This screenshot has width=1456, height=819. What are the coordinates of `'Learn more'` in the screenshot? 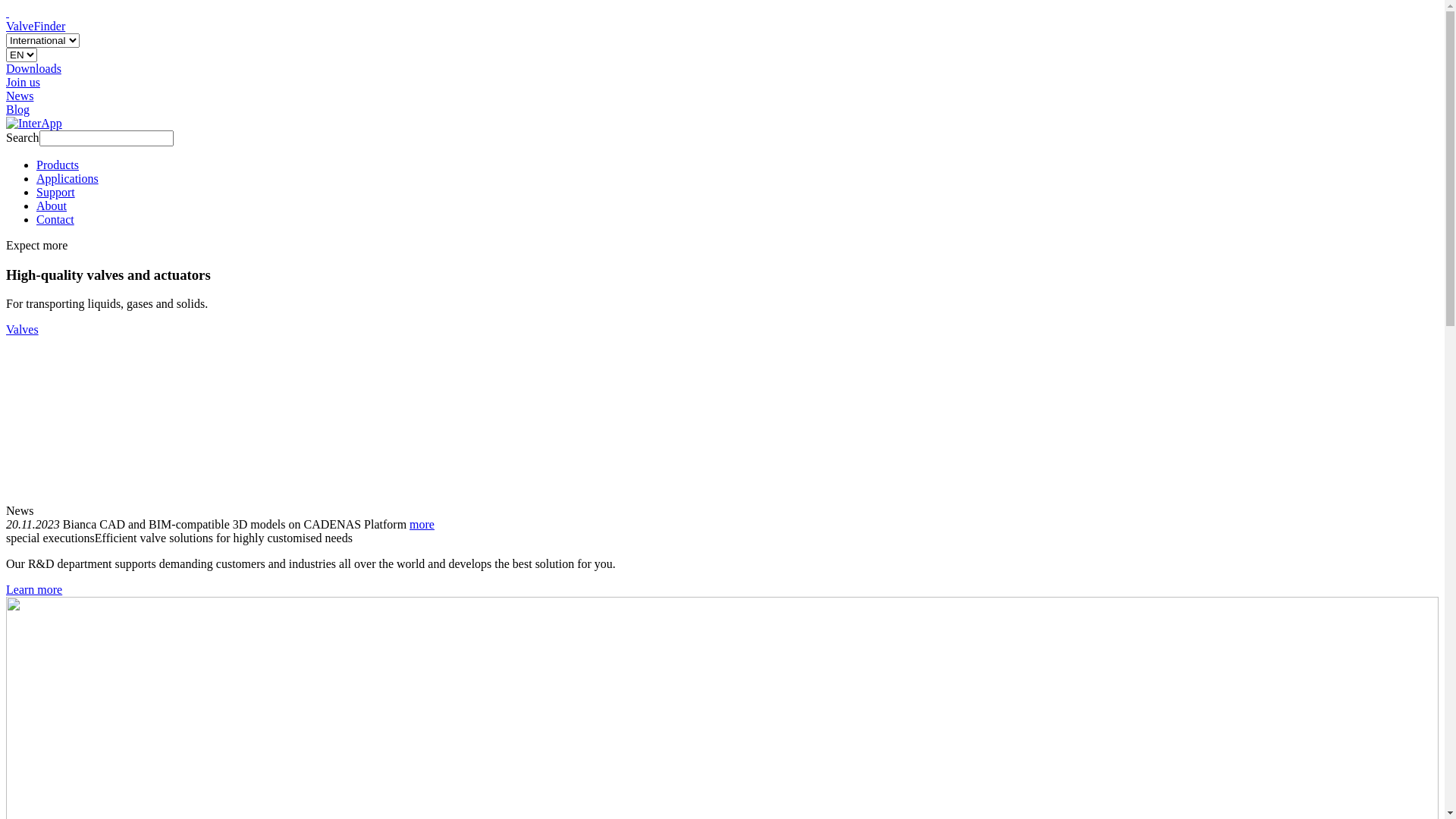 It's located at (33, 588).